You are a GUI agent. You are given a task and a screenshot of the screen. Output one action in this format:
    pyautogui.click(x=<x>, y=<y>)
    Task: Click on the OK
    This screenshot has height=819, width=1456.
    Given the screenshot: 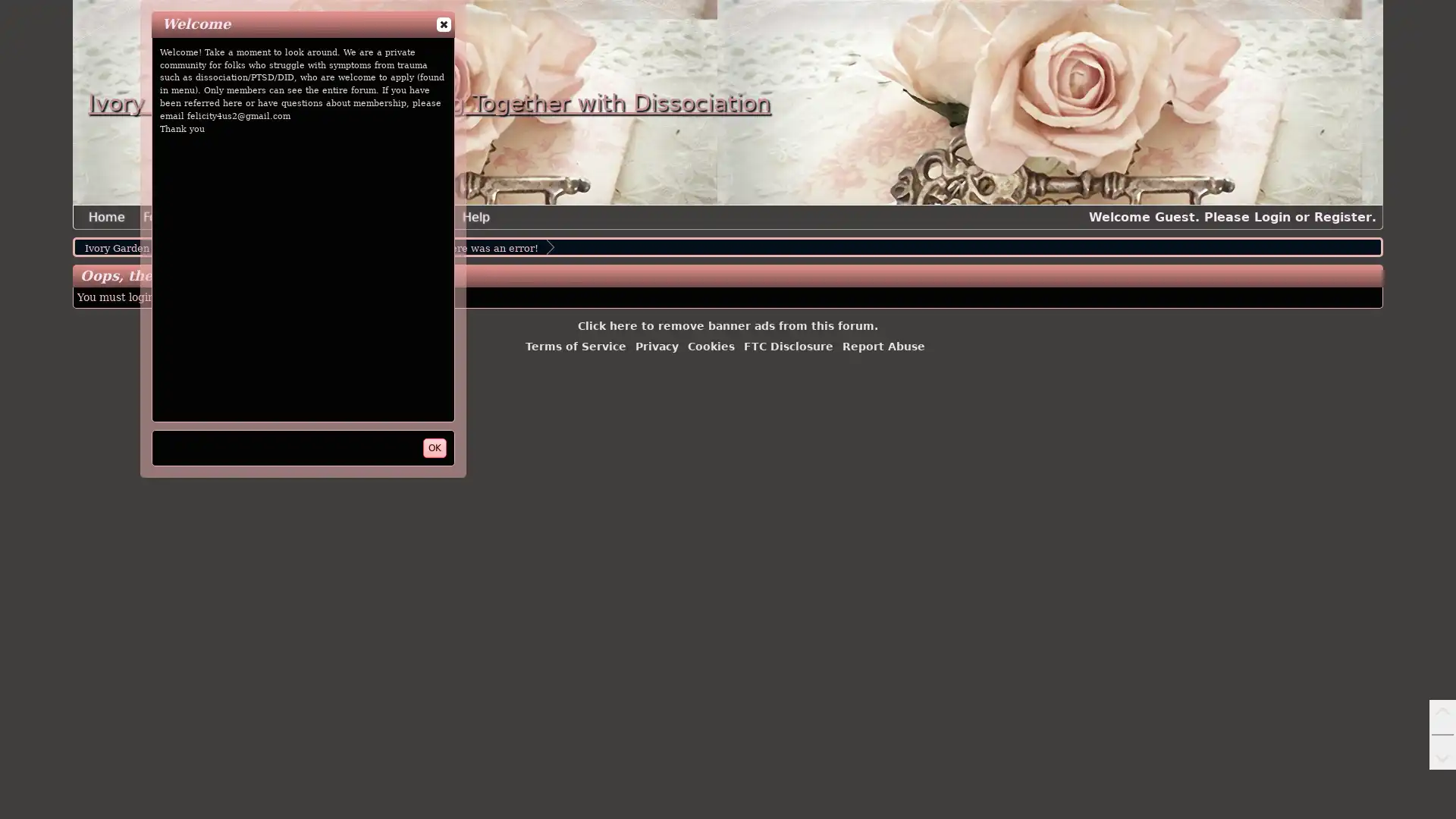 What is the action you would take?
    pyautogui.click(x=434, y=447)
    